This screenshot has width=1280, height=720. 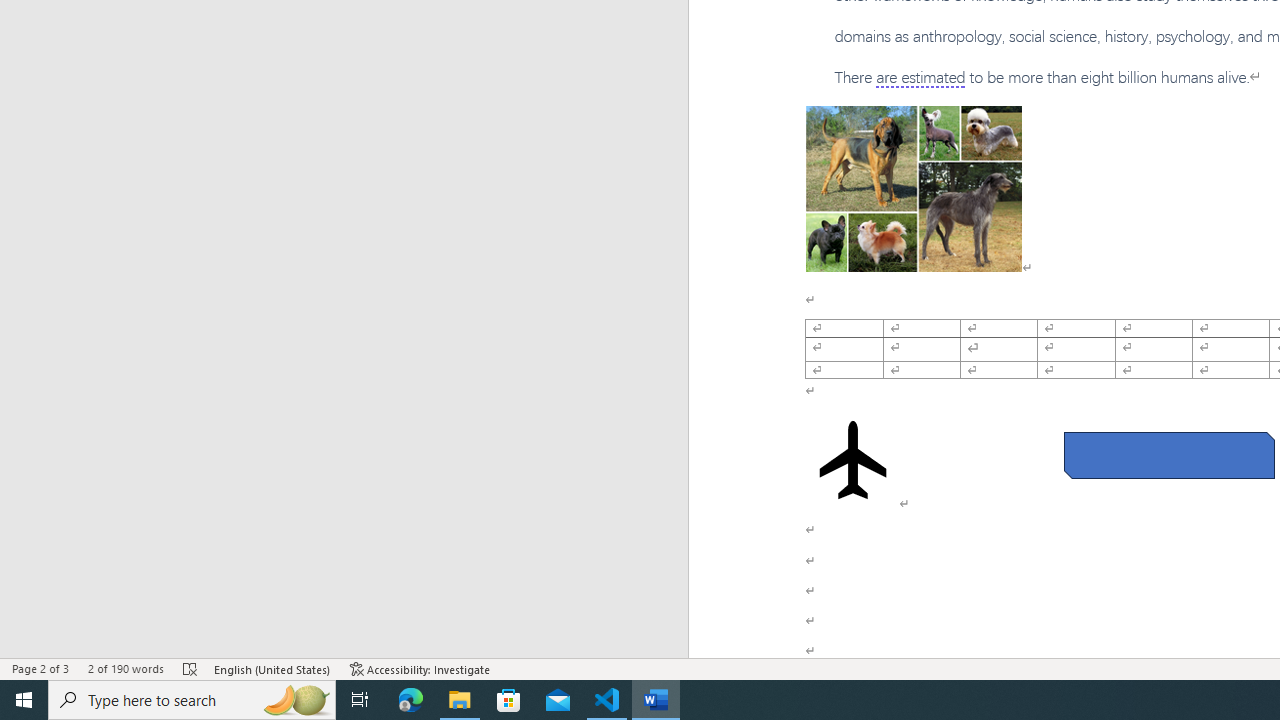 I want to click on 'Airplane with solid fill', so click(x=853, y=460).